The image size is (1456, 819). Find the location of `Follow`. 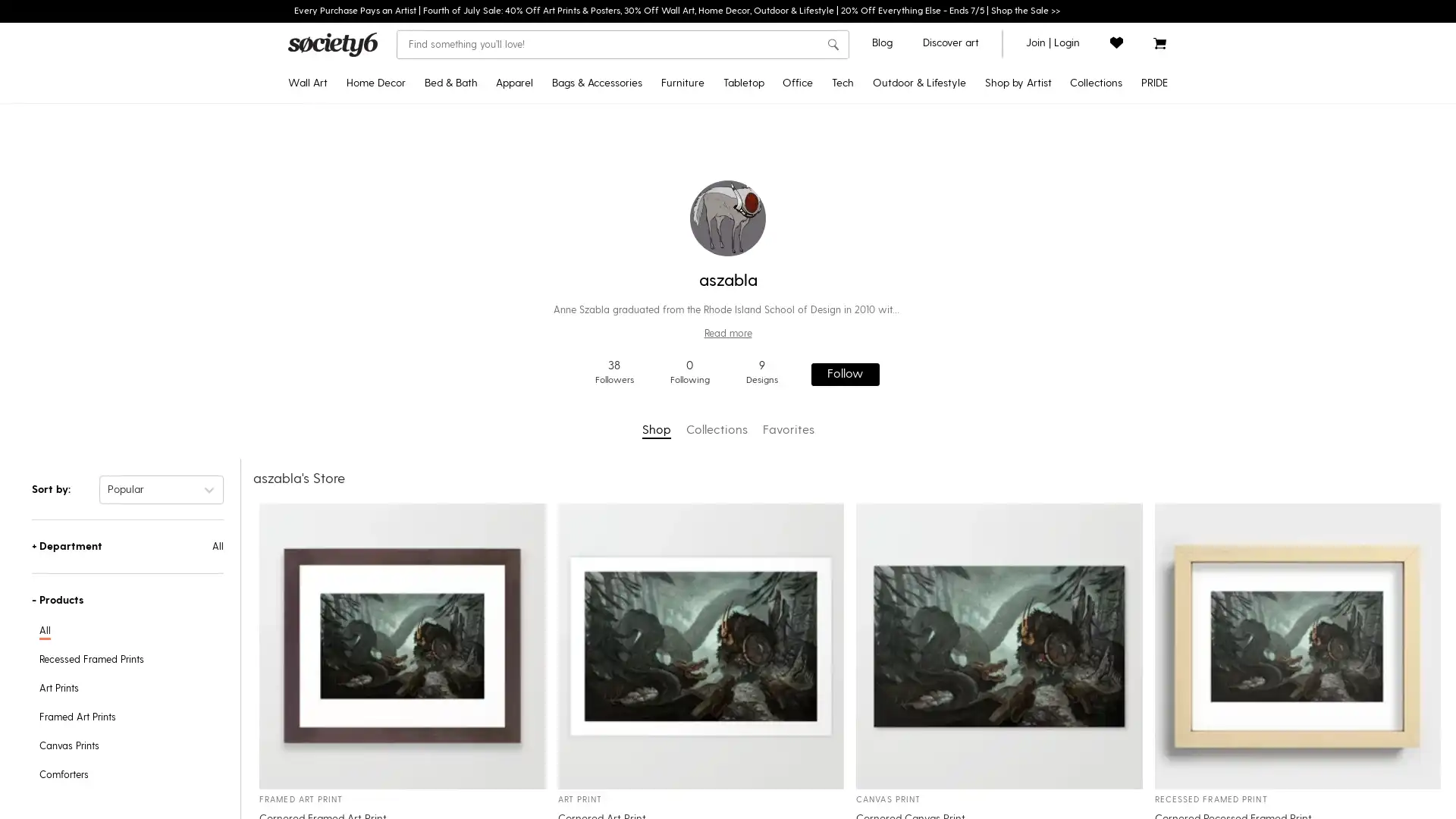

Follow is located at coordinates (843, 374).